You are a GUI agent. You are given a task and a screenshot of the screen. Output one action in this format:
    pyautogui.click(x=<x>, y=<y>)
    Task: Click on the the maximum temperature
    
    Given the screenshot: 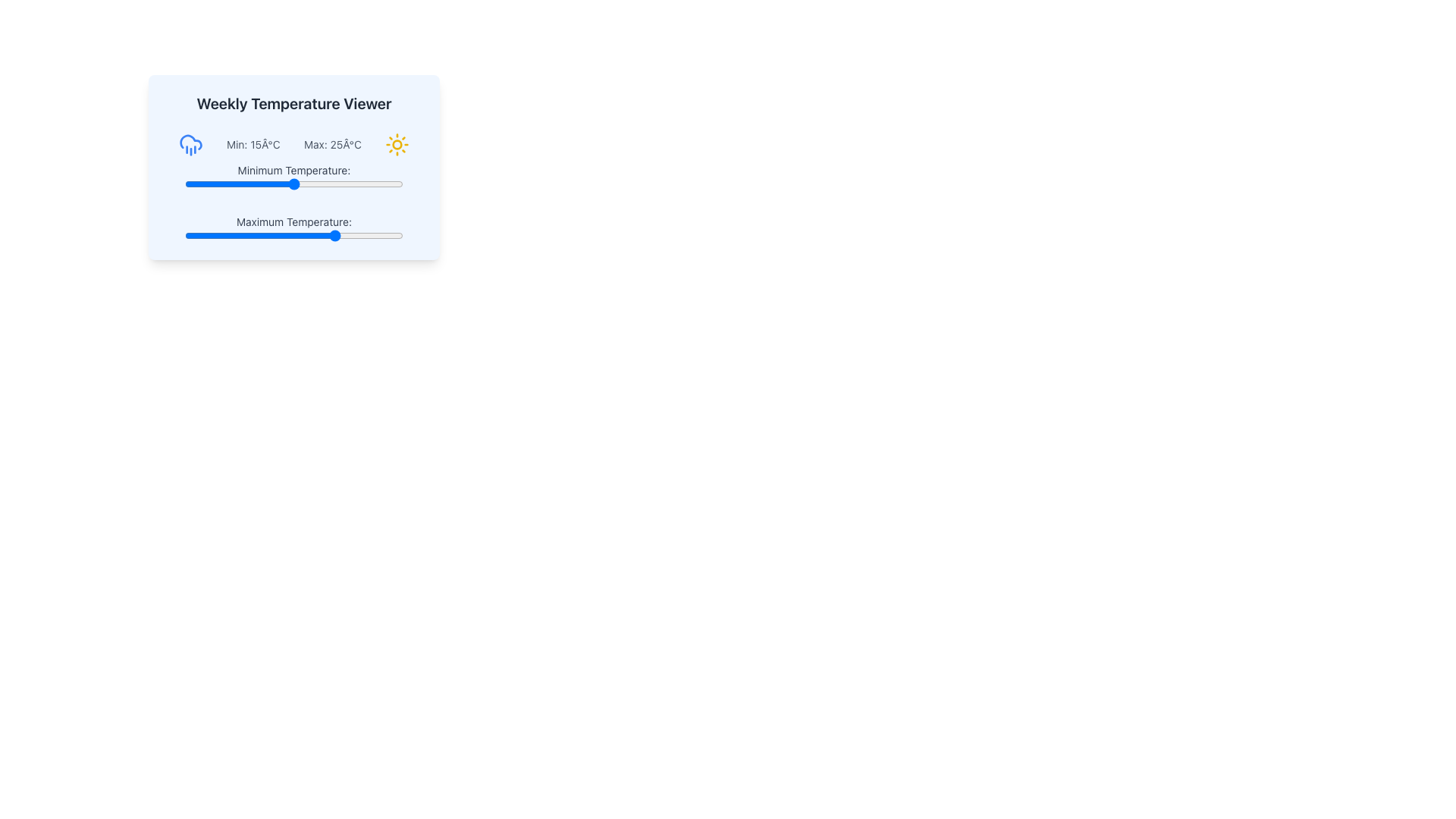 What is the action you would take?
    pyautogui.click(x=227, y=236)
    